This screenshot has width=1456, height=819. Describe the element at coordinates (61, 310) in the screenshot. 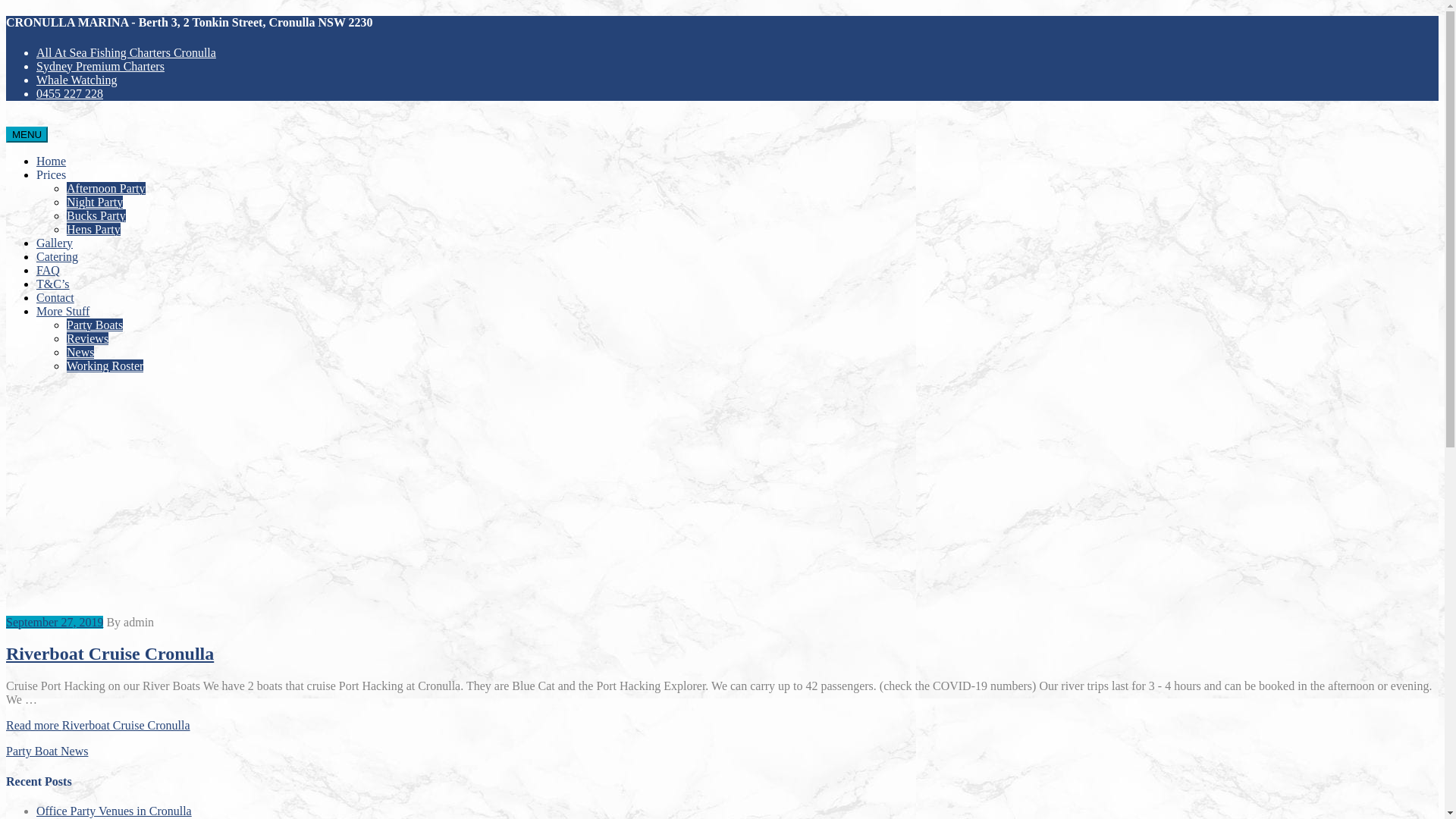

I see `'More Stuff'` at that location.